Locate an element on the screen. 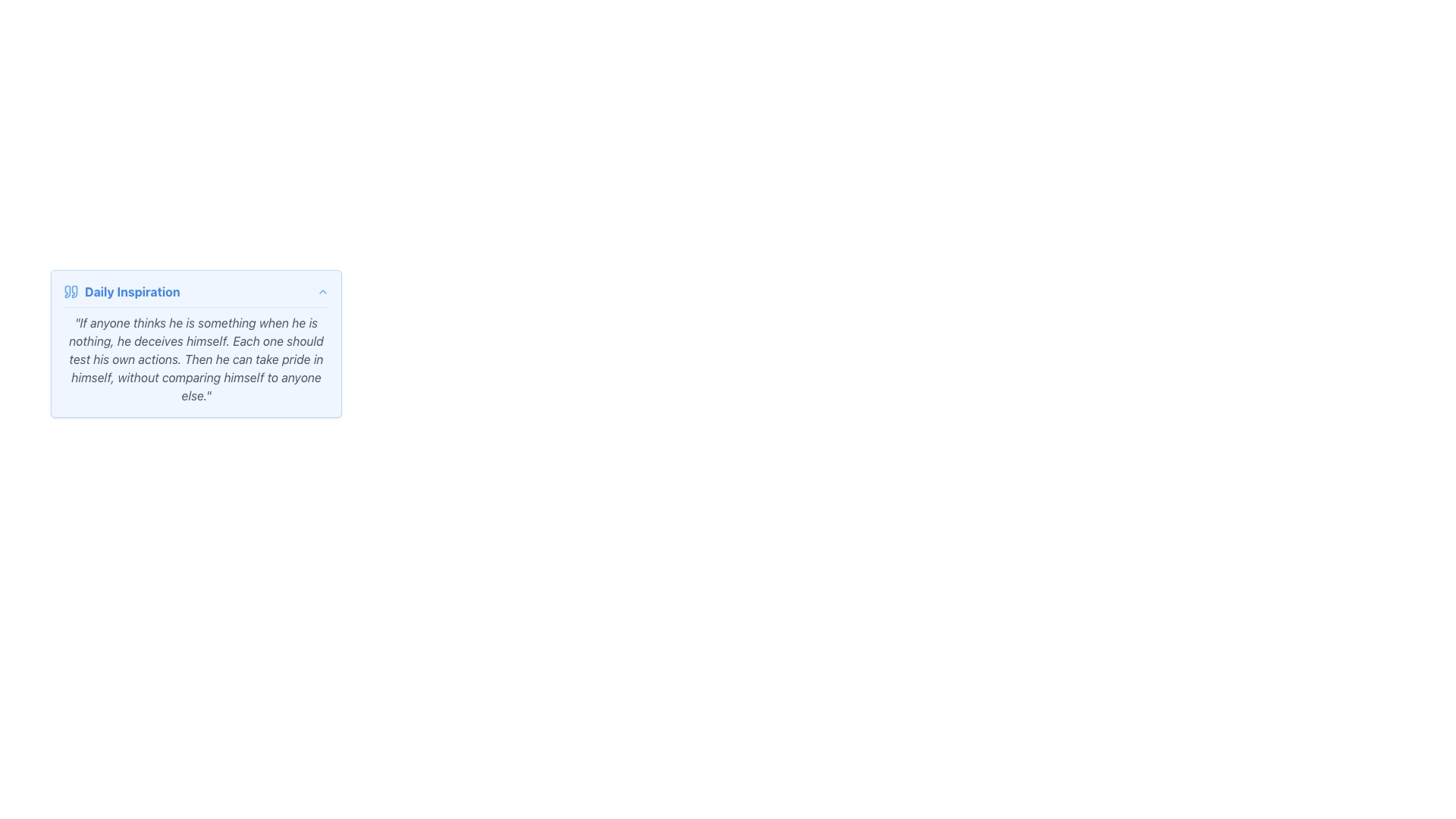 The image size is (1456, 819). the small blue icon resembling quotation marks located at the far left of the header labeled 'Daily Inspiration' is located at coordinates (71, 292).